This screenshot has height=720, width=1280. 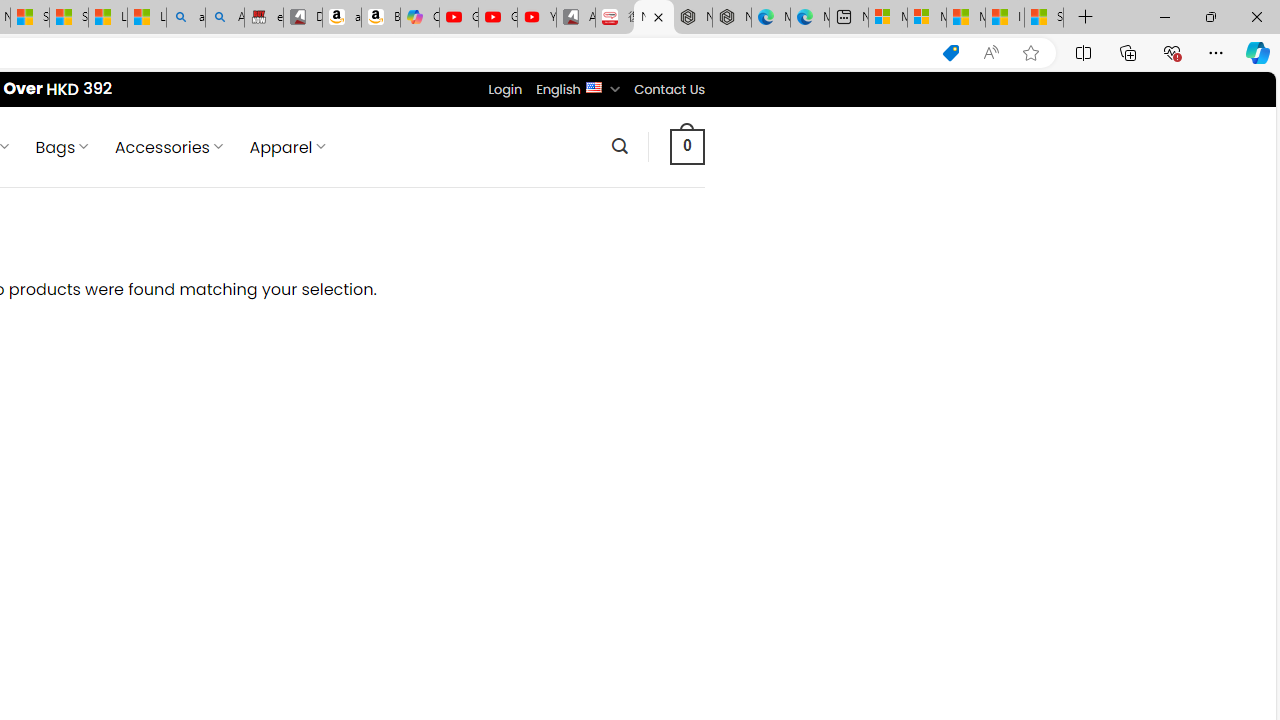 I want to click on 'I Gained 20 Pounds of Muscle in 30 Days! | Watch', so click(x=1004, y=17).